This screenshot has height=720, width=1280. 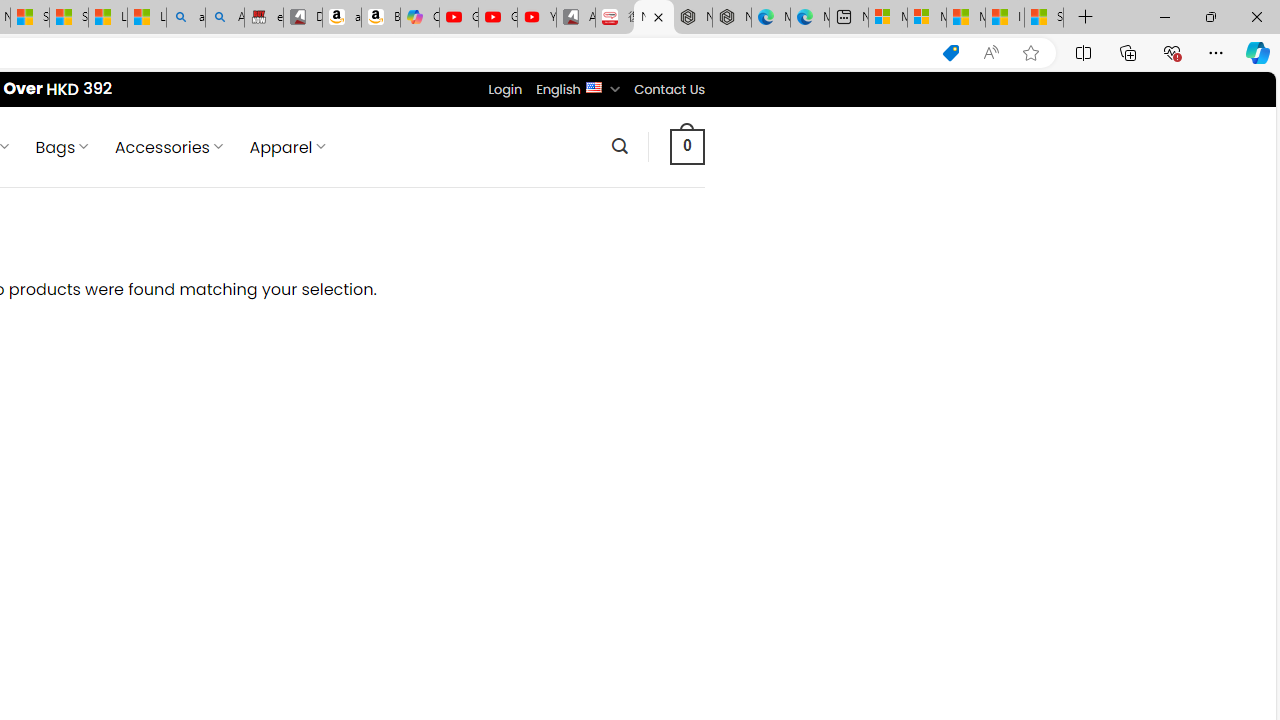 I want to click on 'I Gained 20 Pounds of Muscle in 30 Days! | Watch', so click(x=1004, y=17).